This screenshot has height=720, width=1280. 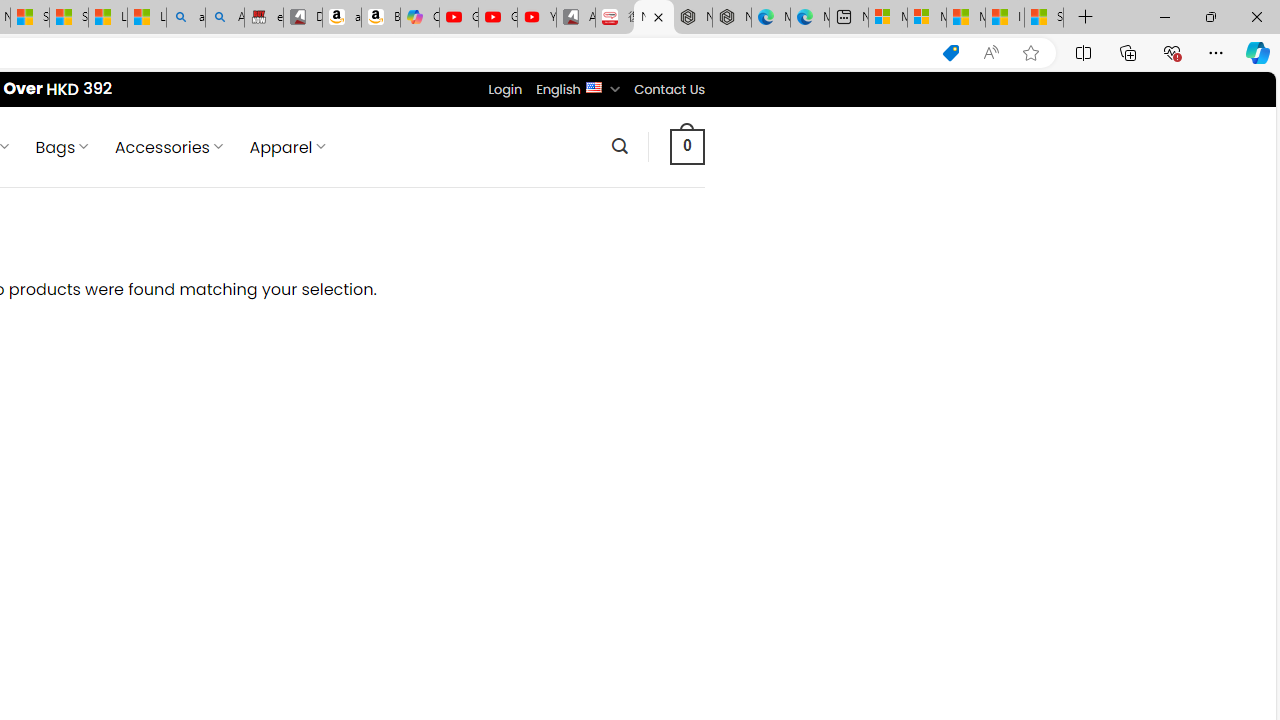 I want to click on 'I Gained 20 Pounds of Muscle in 30 Days! | Watch', so click(x=1004, y=17).